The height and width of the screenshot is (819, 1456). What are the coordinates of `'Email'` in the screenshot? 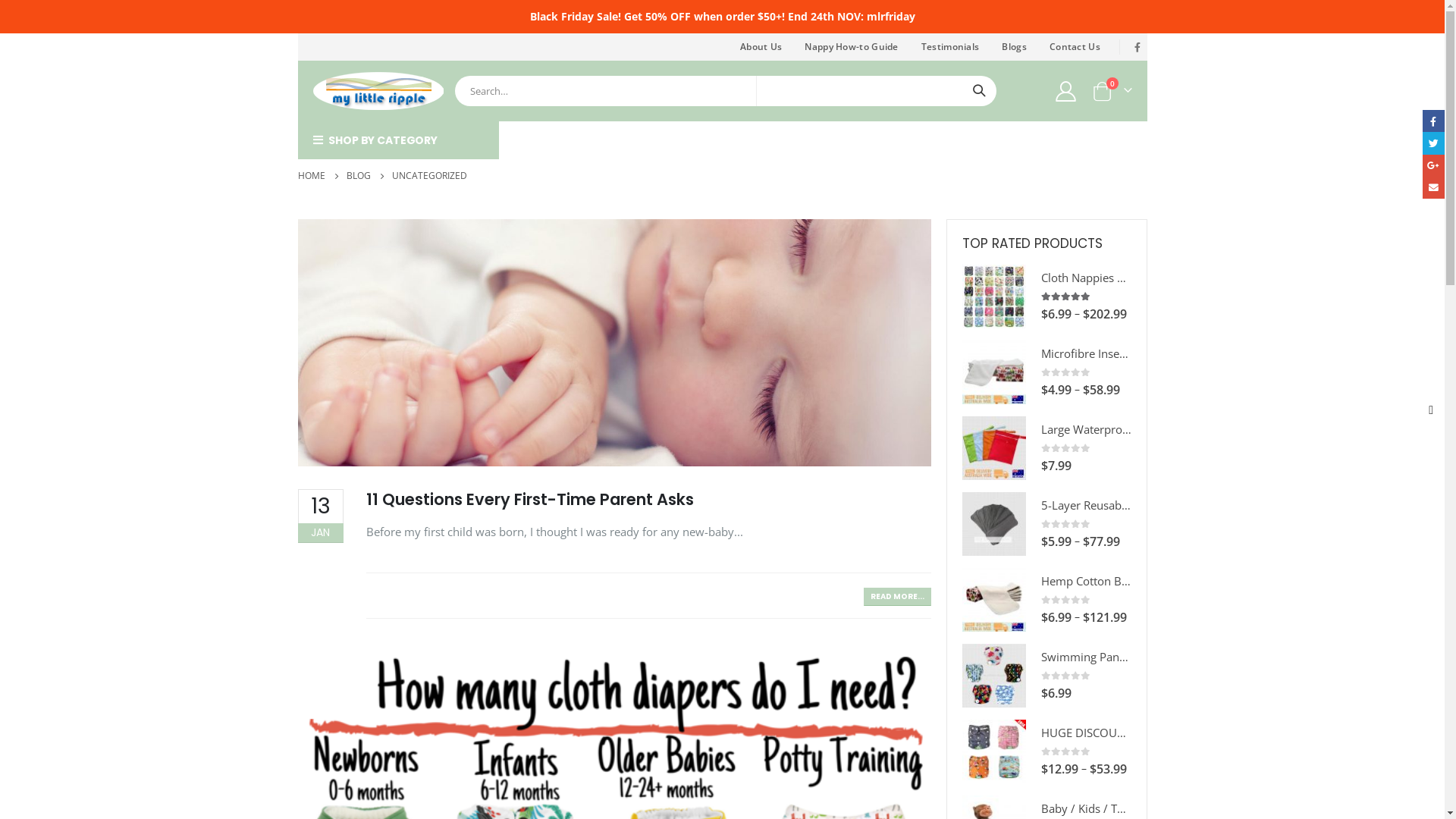 It's located at (1432, 187).